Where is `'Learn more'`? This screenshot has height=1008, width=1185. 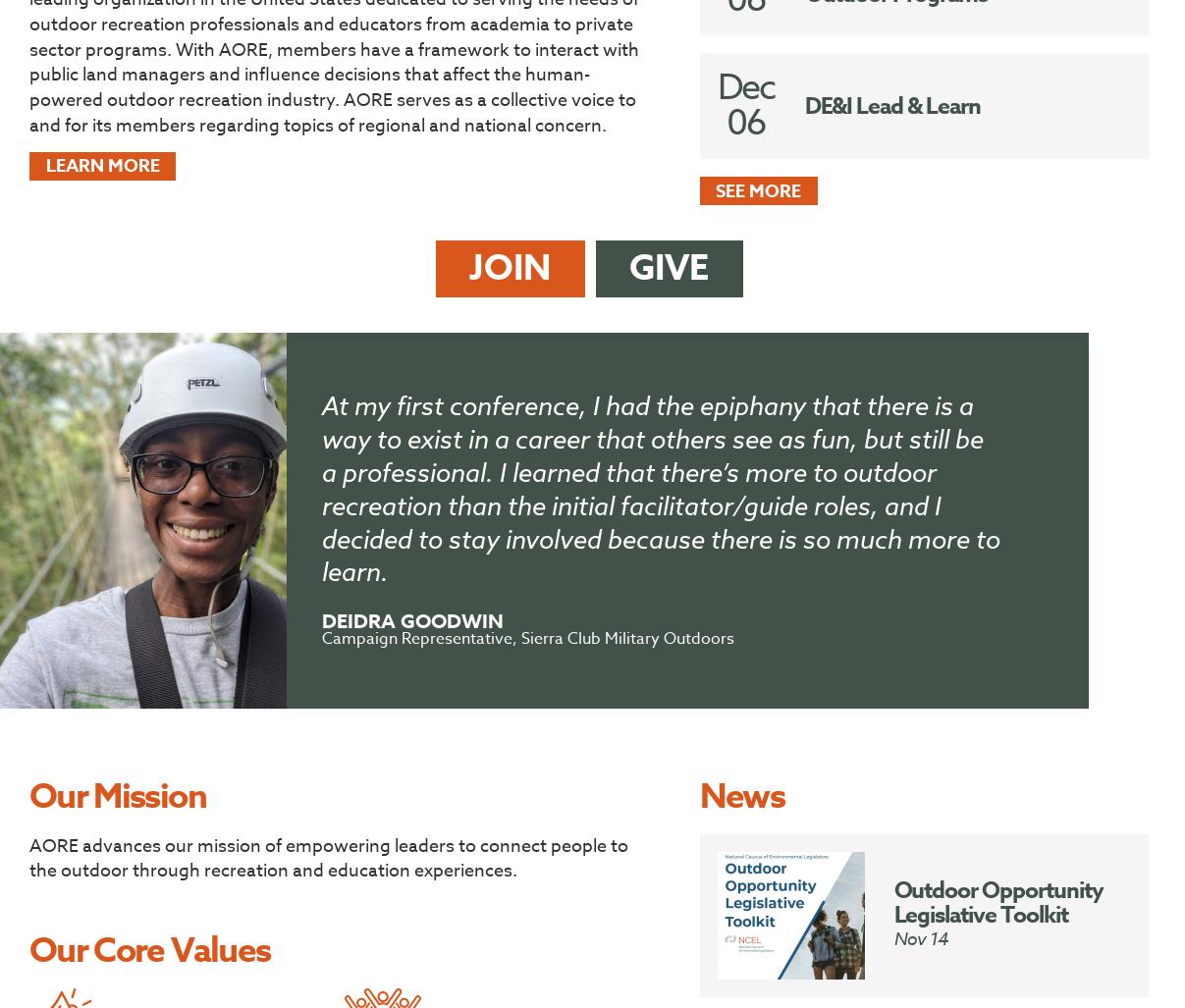
'Learn more' is located at coordinates (101, 166).